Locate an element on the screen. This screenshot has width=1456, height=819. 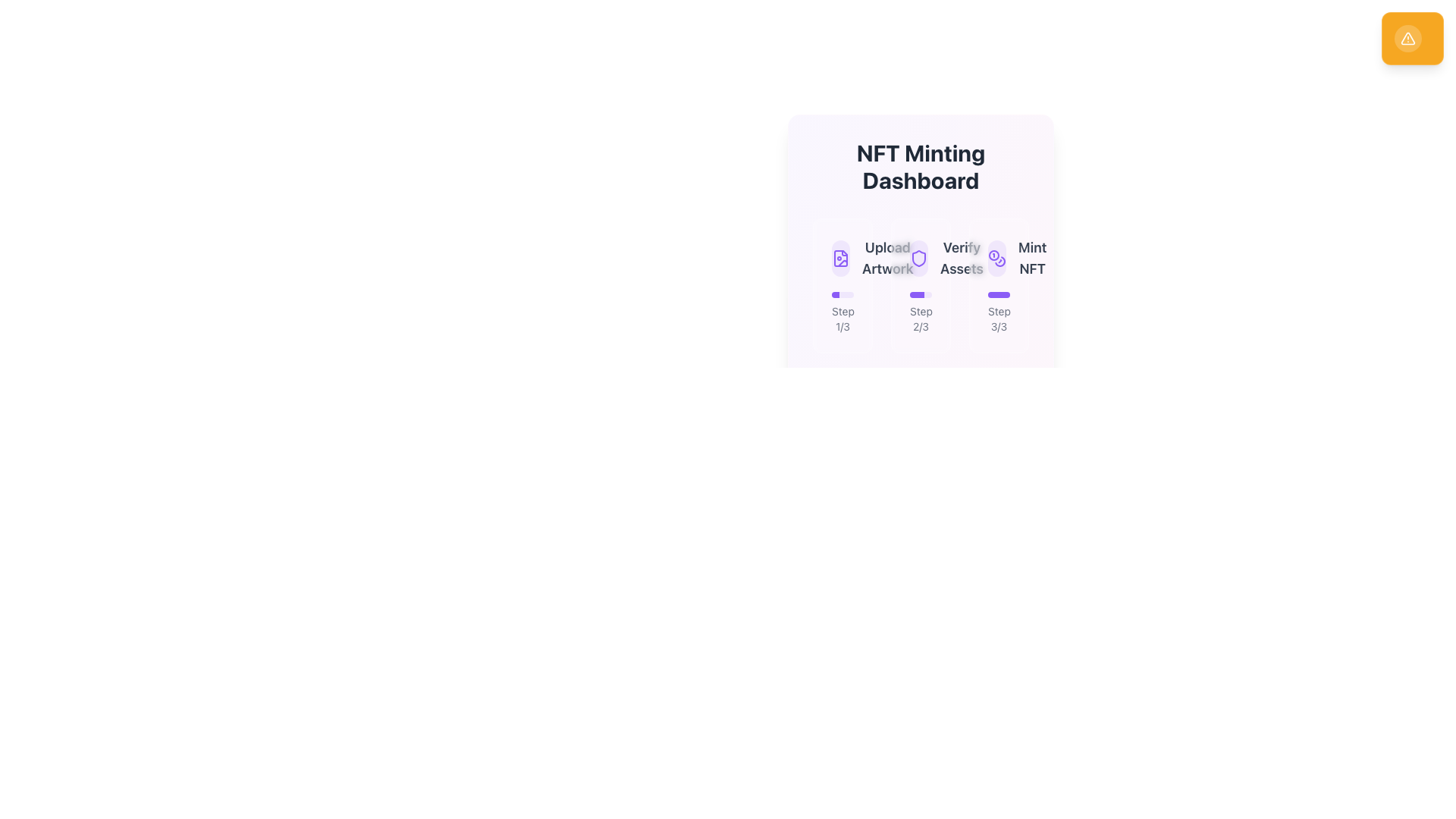
the 'Upload Artwork' icon located on the leftmost side of the step indicator above the labels 'Upload Artwork' and 'Step 1/3' in the 'NFT Minting Dashboard' section is located at coordinates (839, 257).